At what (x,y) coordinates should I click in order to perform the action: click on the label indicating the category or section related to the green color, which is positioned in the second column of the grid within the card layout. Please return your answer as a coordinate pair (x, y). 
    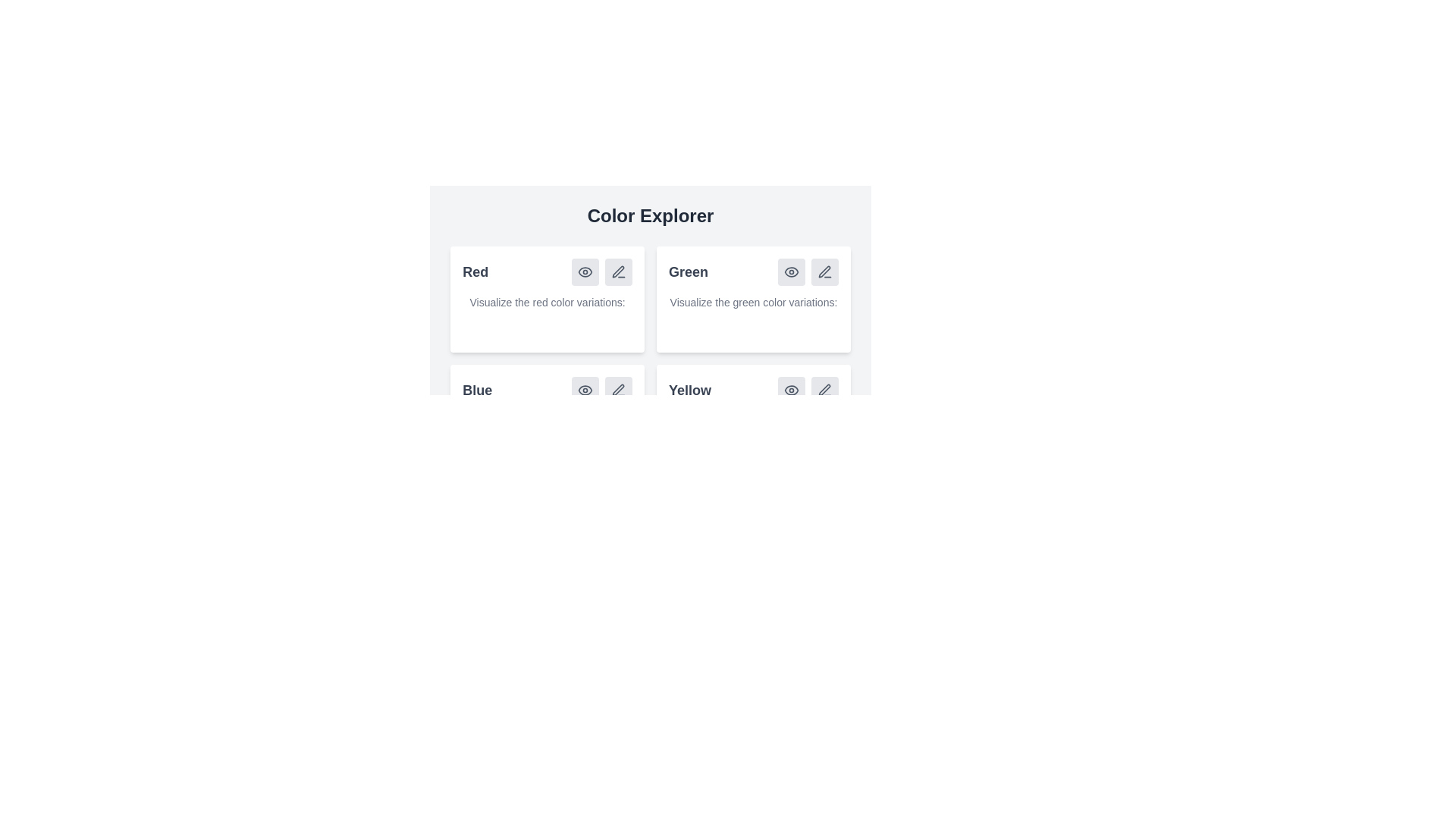
    Looking at the image, I should click on (687, 271).